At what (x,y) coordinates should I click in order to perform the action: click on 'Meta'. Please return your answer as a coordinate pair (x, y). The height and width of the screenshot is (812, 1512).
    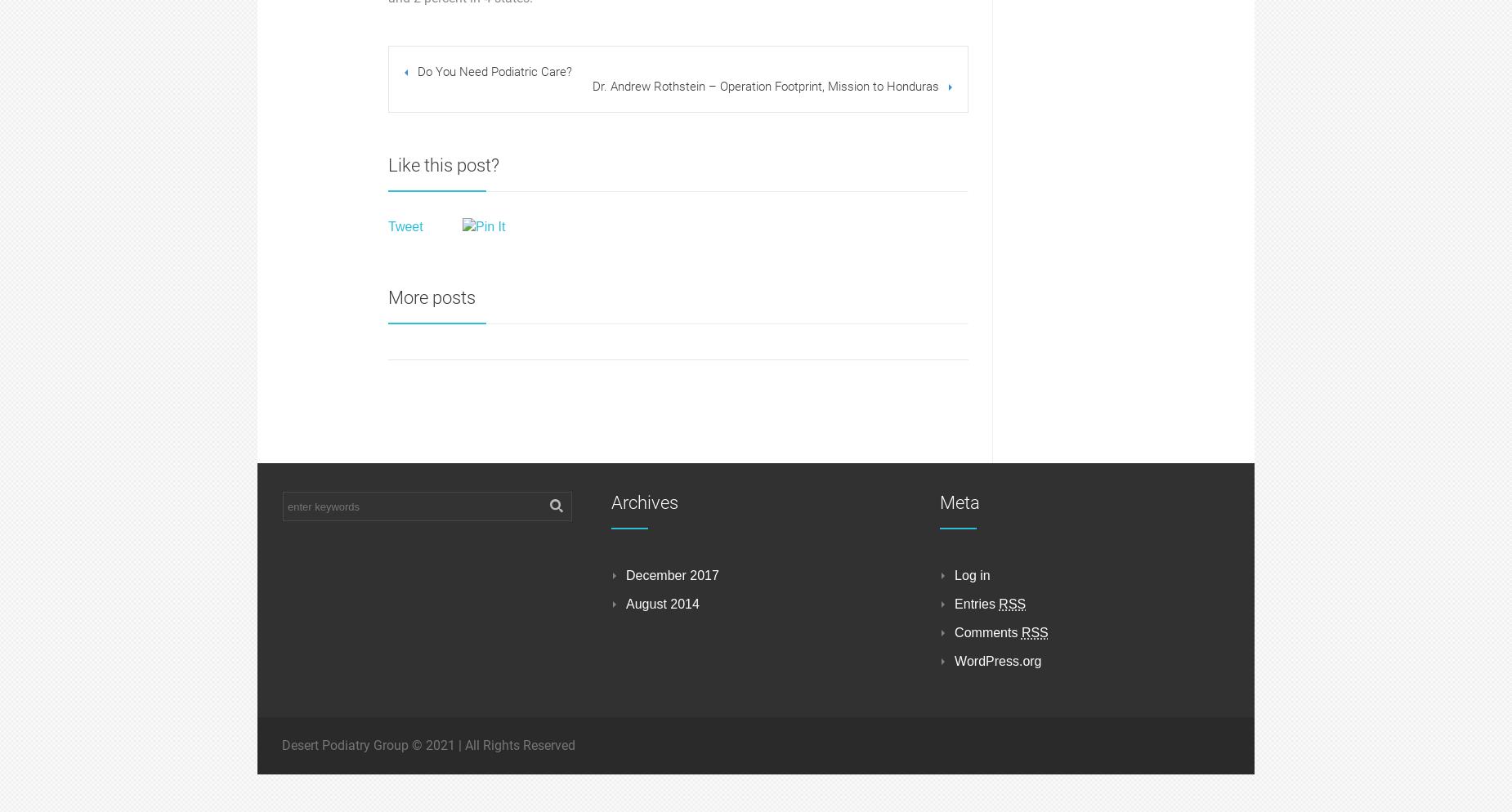
    Looking at the image, I should click on (959, 502).